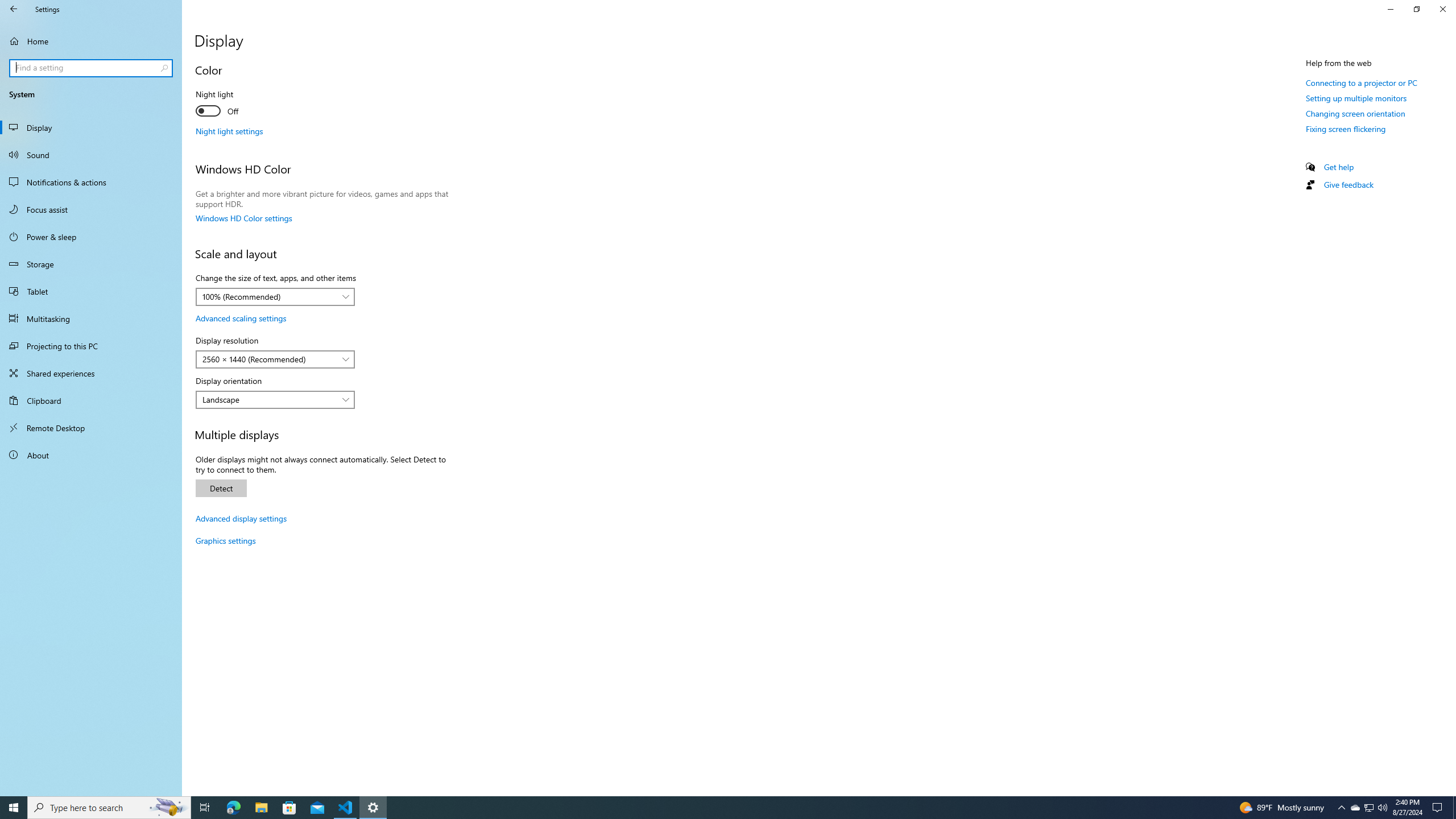  What do you see at coordinates (90, 400) in the screenshot?
I see `'Clipboard'` at bounding box center [90, 400].